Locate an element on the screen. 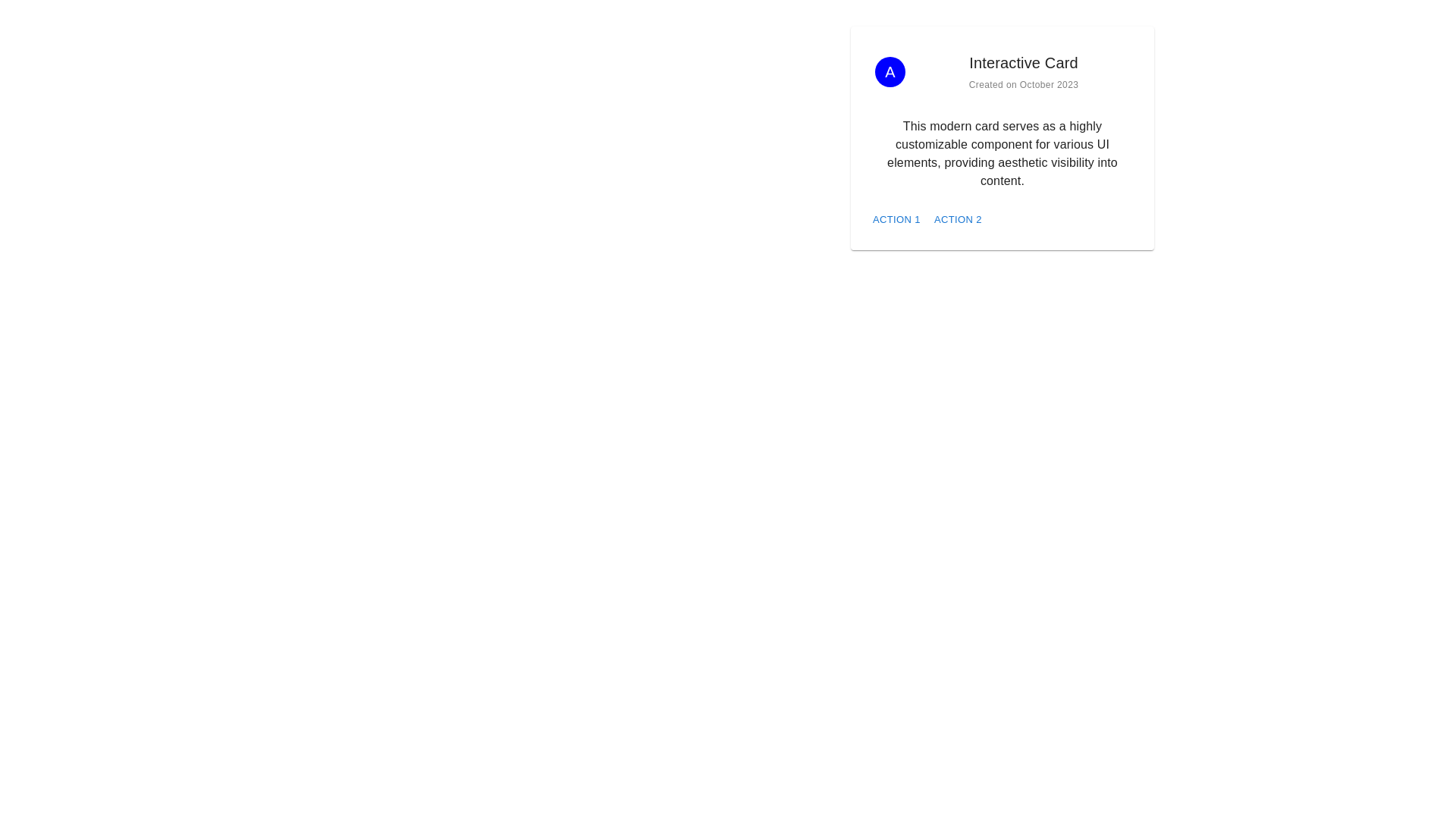  the avatar element positioned at the leftmost side of the card's header is located at coordinates (890, 72).